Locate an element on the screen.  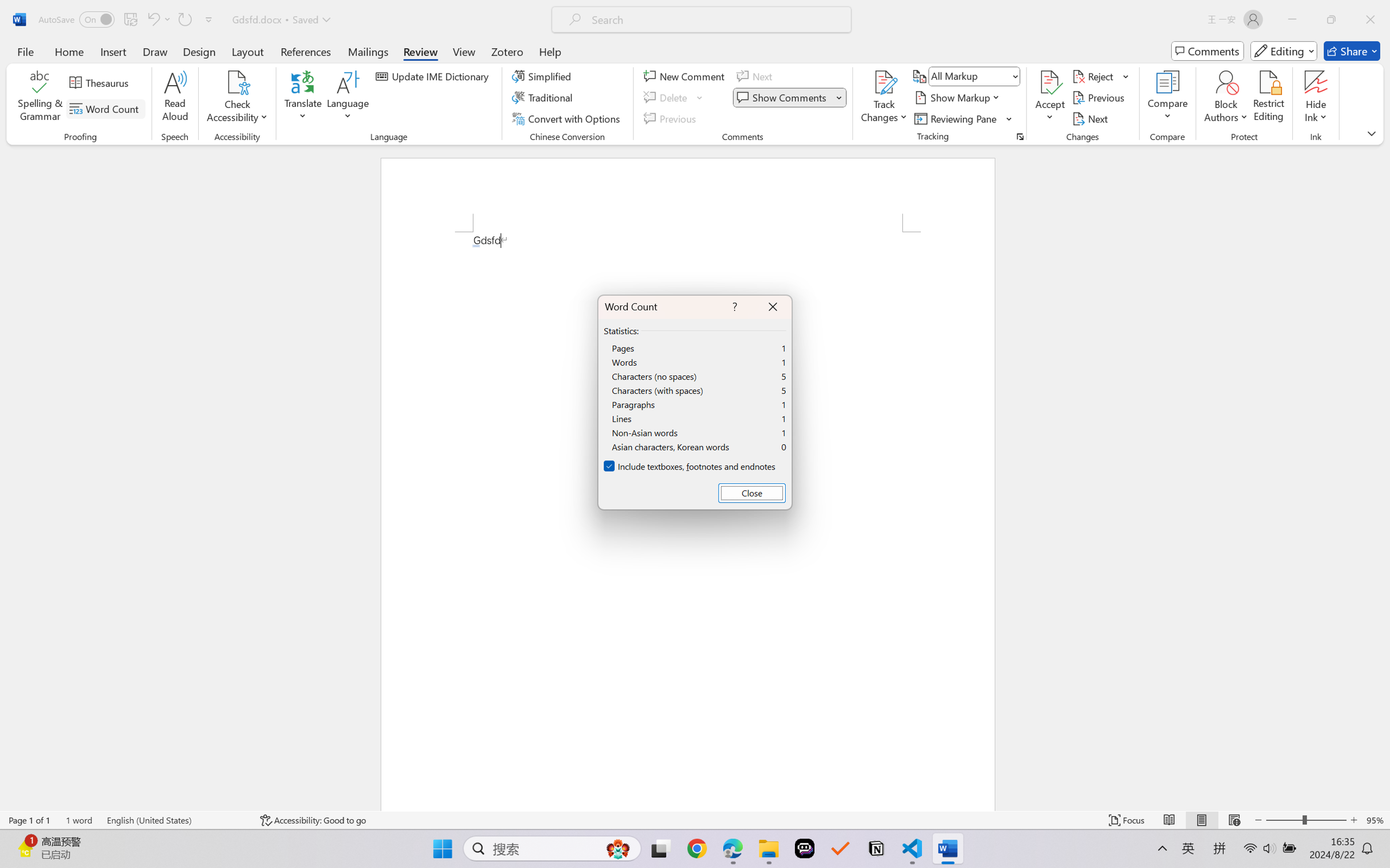
'Track Changes' is located at coordinates (883, 82).